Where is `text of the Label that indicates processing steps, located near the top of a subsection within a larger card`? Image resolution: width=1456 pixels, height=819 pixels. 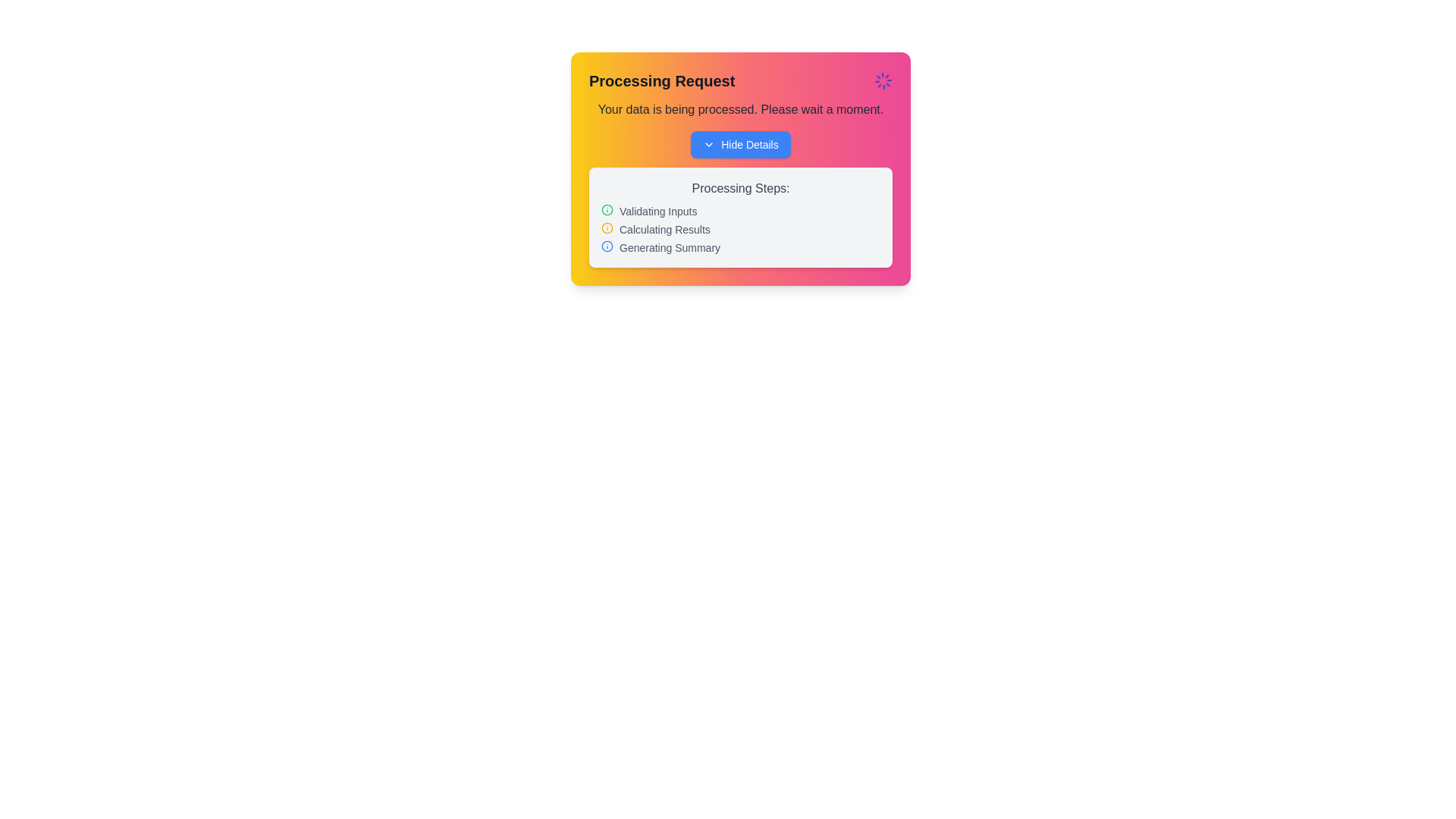
text of the Label that indicates processing steps, located near the top of a subsection within a larger card is located at coordinates (741, 188).